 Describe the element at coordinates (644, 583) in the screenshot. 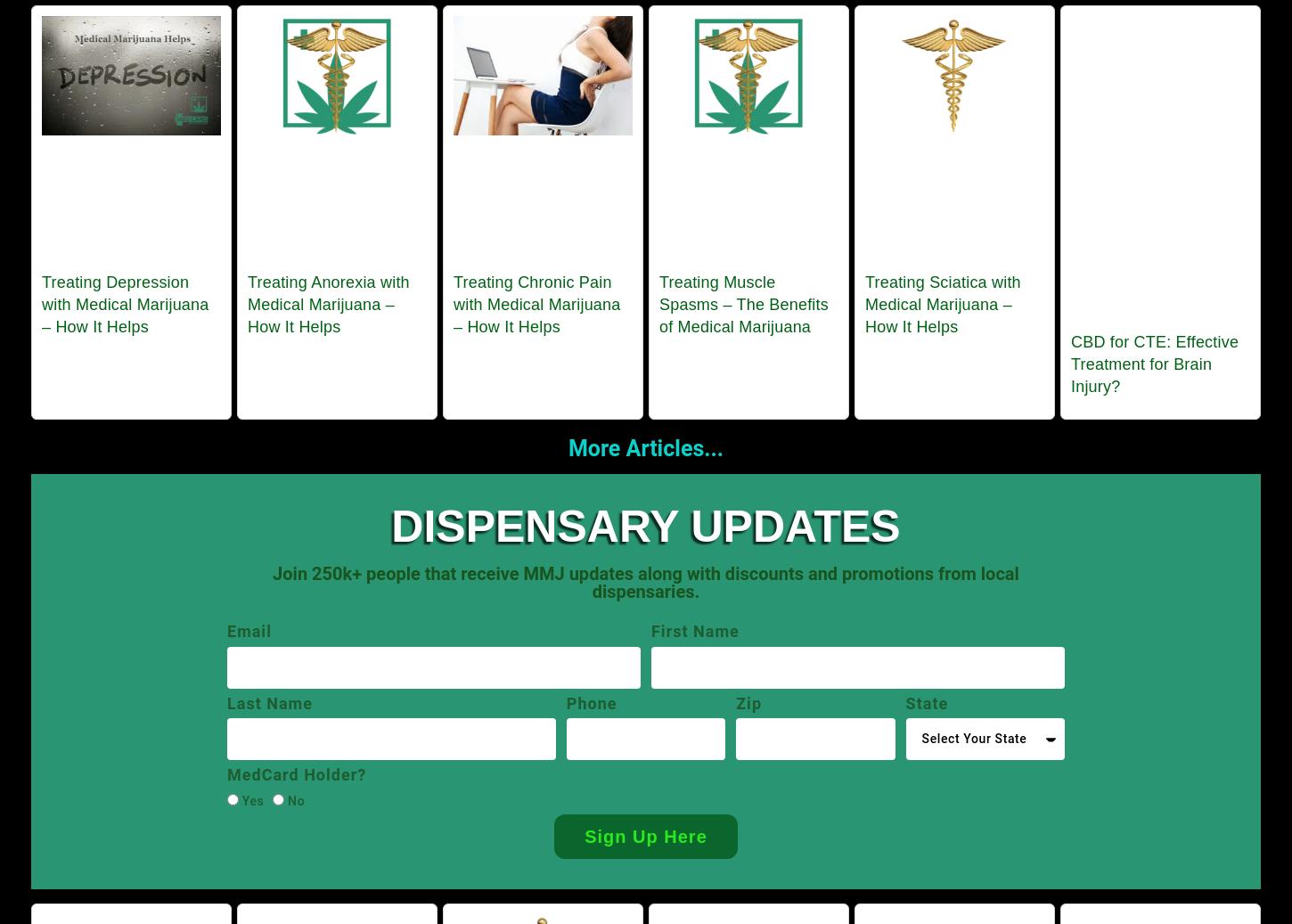

I see `'Join 250k+ people that receive MMJ updates along with discounts and promotions from local dispensaries.'` at that location.